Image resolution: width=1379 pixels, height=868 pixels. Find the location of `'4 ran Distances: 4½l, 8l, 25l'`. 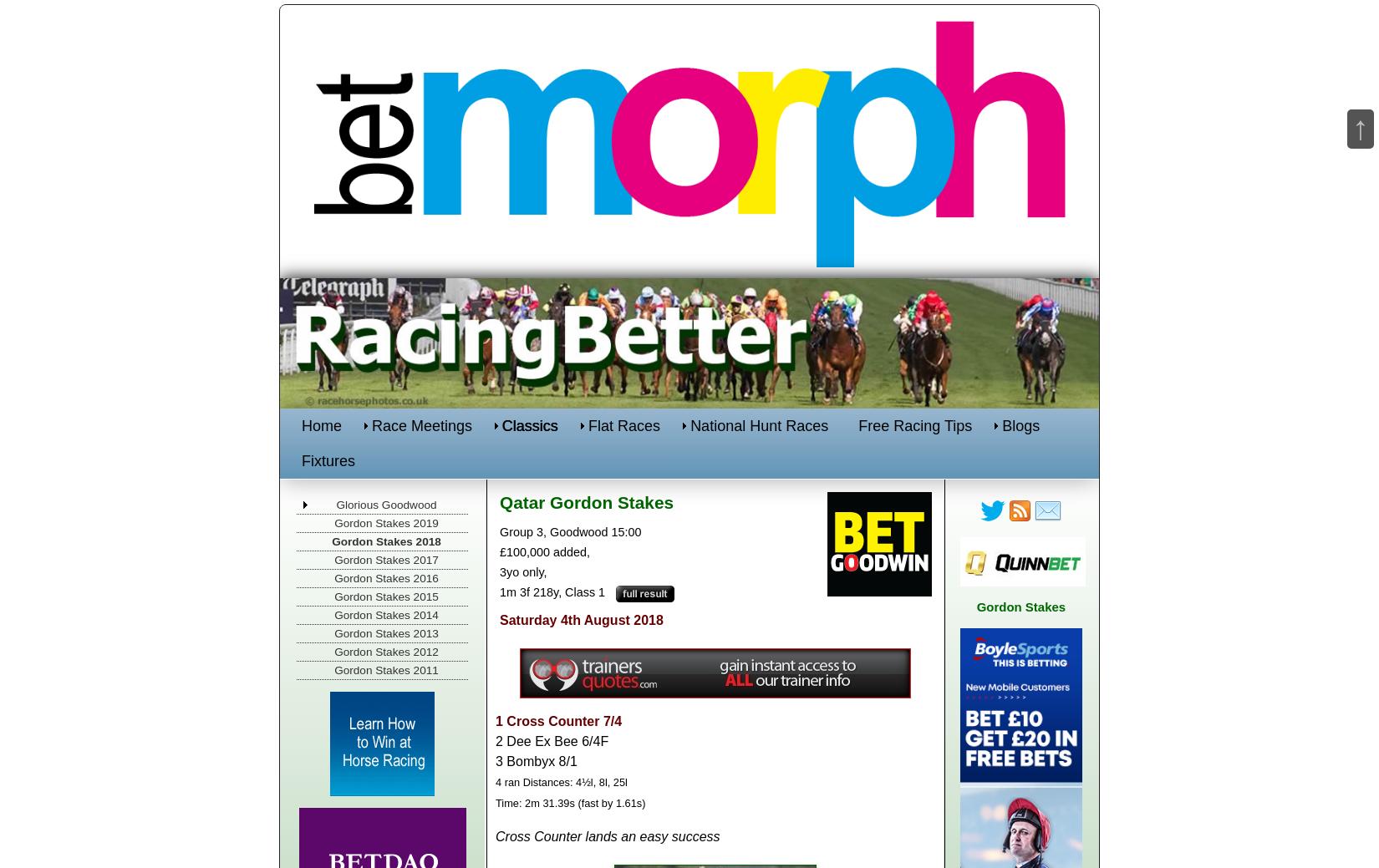

'4 ran Distances: 4½l, 8l, 25l' is located at coordinates (560, 782).